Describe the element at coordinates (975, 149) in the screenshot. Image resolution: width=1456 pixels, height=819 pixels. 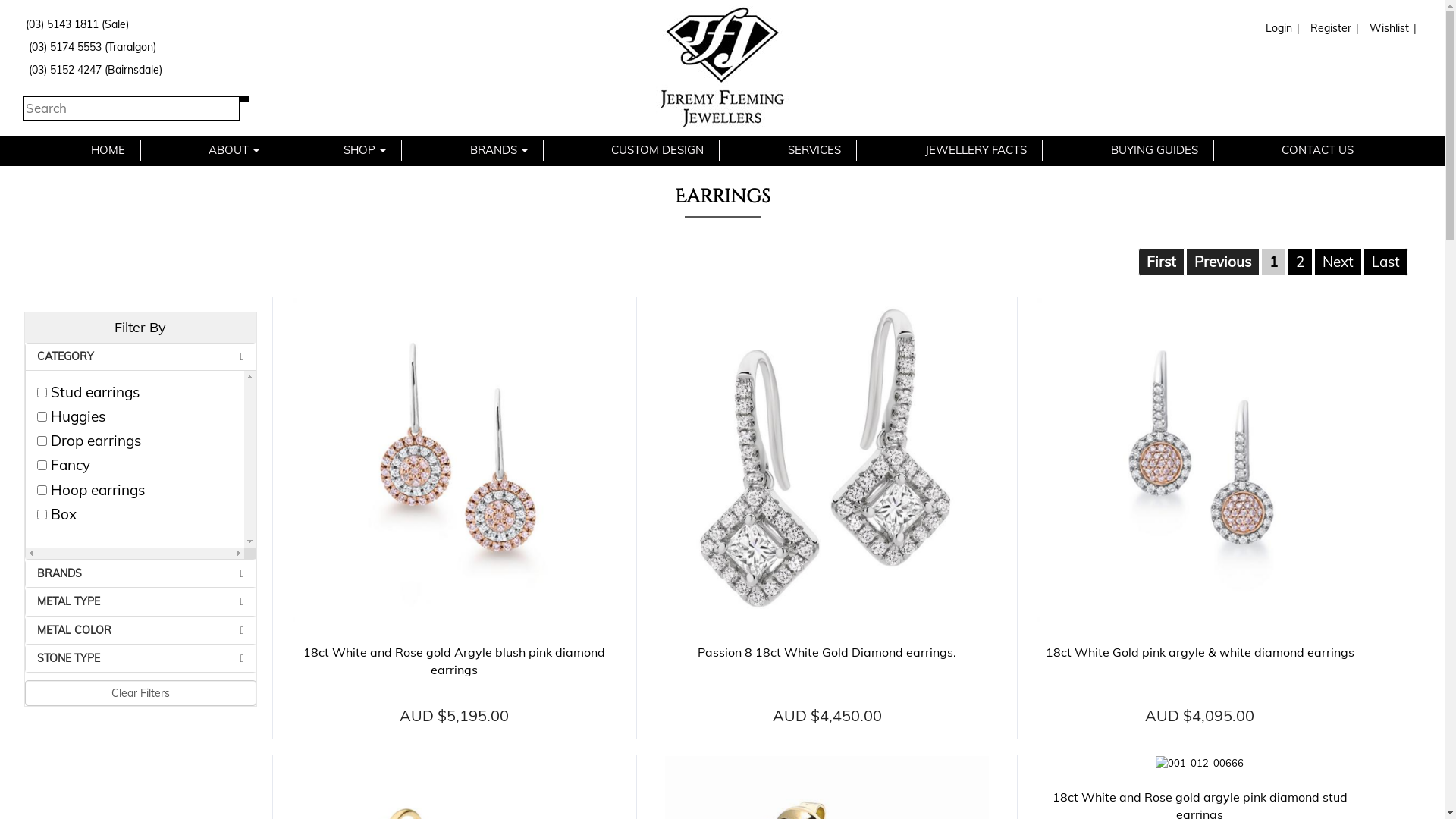
I see `'JEWELLERY FACTS'` at that location.